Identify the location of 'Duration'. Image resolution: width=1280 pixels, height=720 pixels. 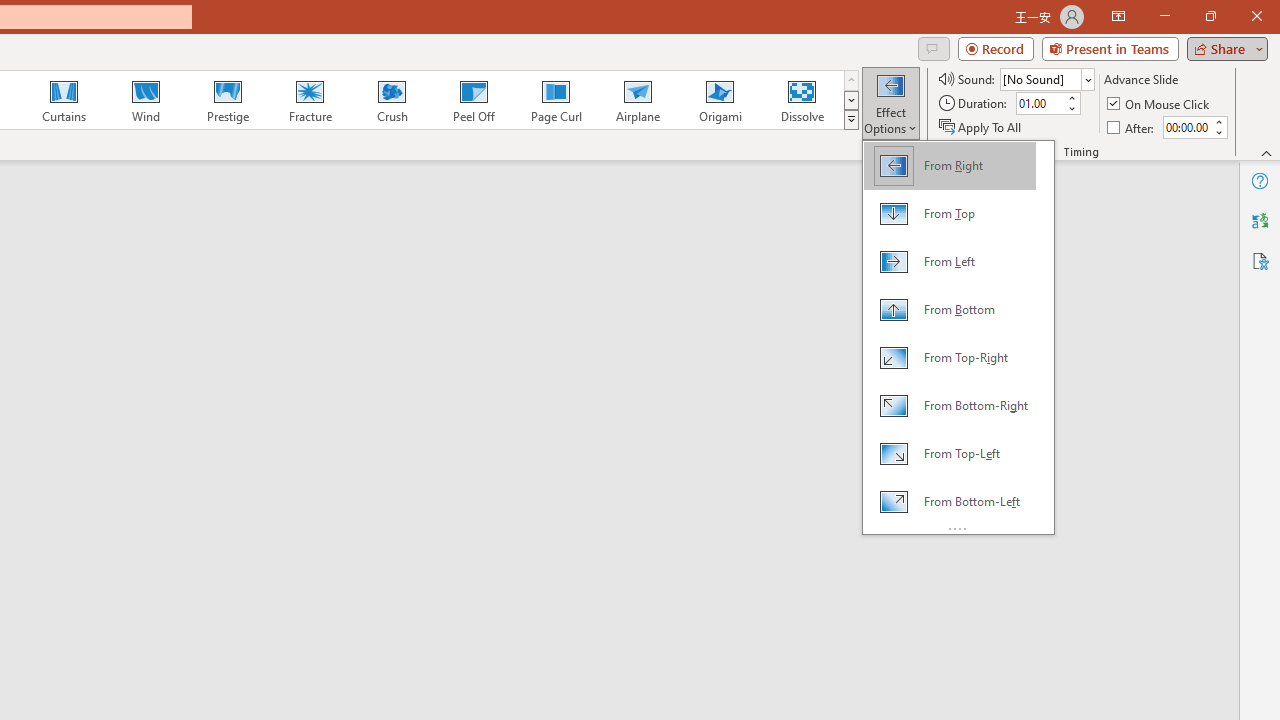
(1040, 103).